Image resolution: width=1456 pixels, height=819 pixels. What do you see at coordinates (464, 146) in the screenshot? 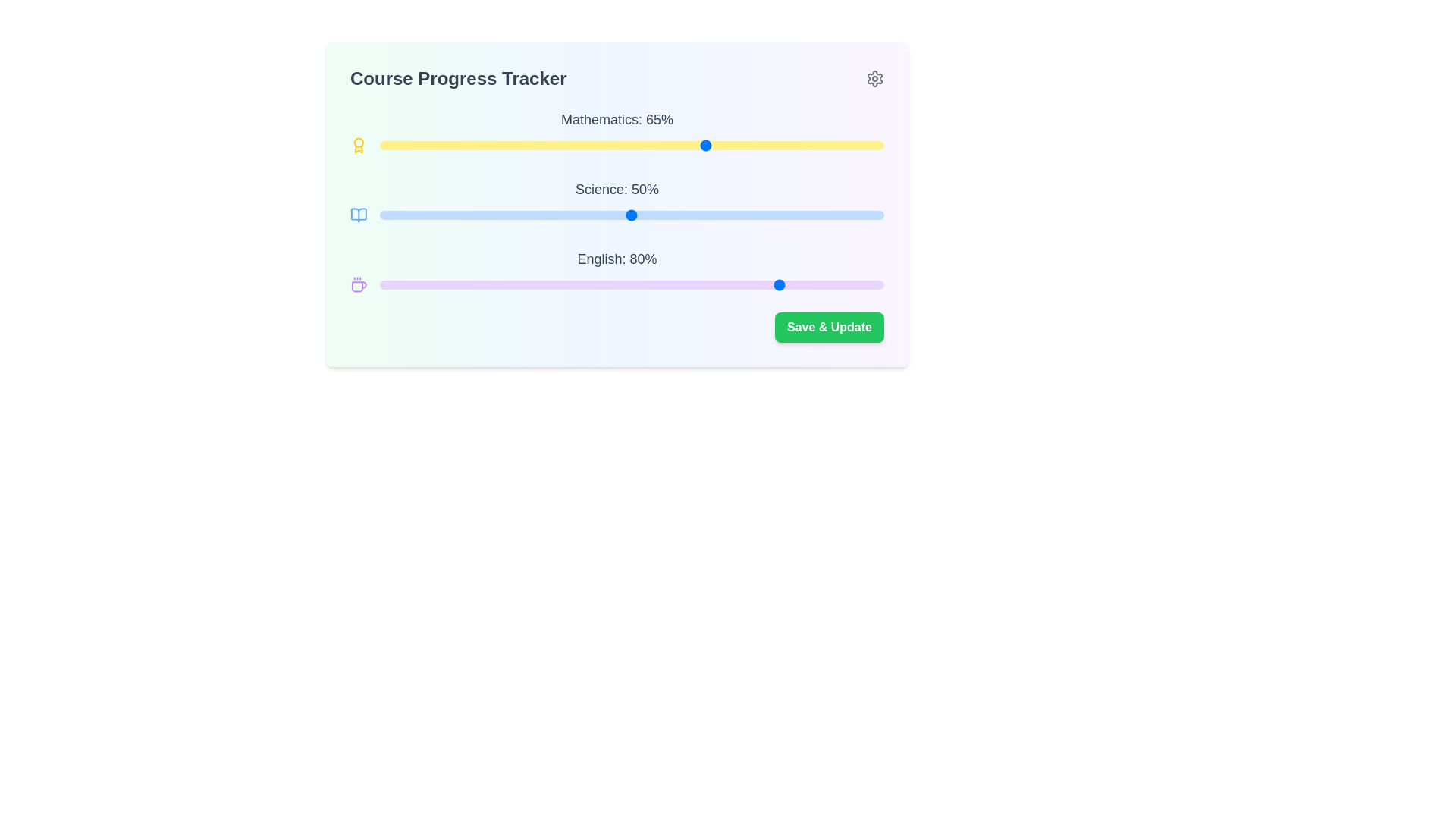
I see `the mathematics progress` at bounding box center [464, 146].